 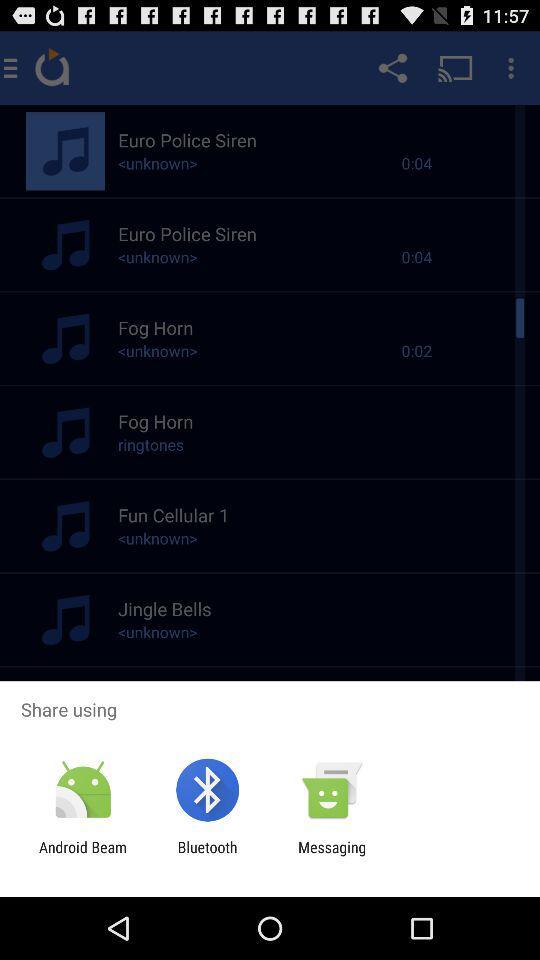 What do you see at coordinates (82, 855) in the screenshot?
I see `app next to the bluetooth` at bounding box center [82, 855].